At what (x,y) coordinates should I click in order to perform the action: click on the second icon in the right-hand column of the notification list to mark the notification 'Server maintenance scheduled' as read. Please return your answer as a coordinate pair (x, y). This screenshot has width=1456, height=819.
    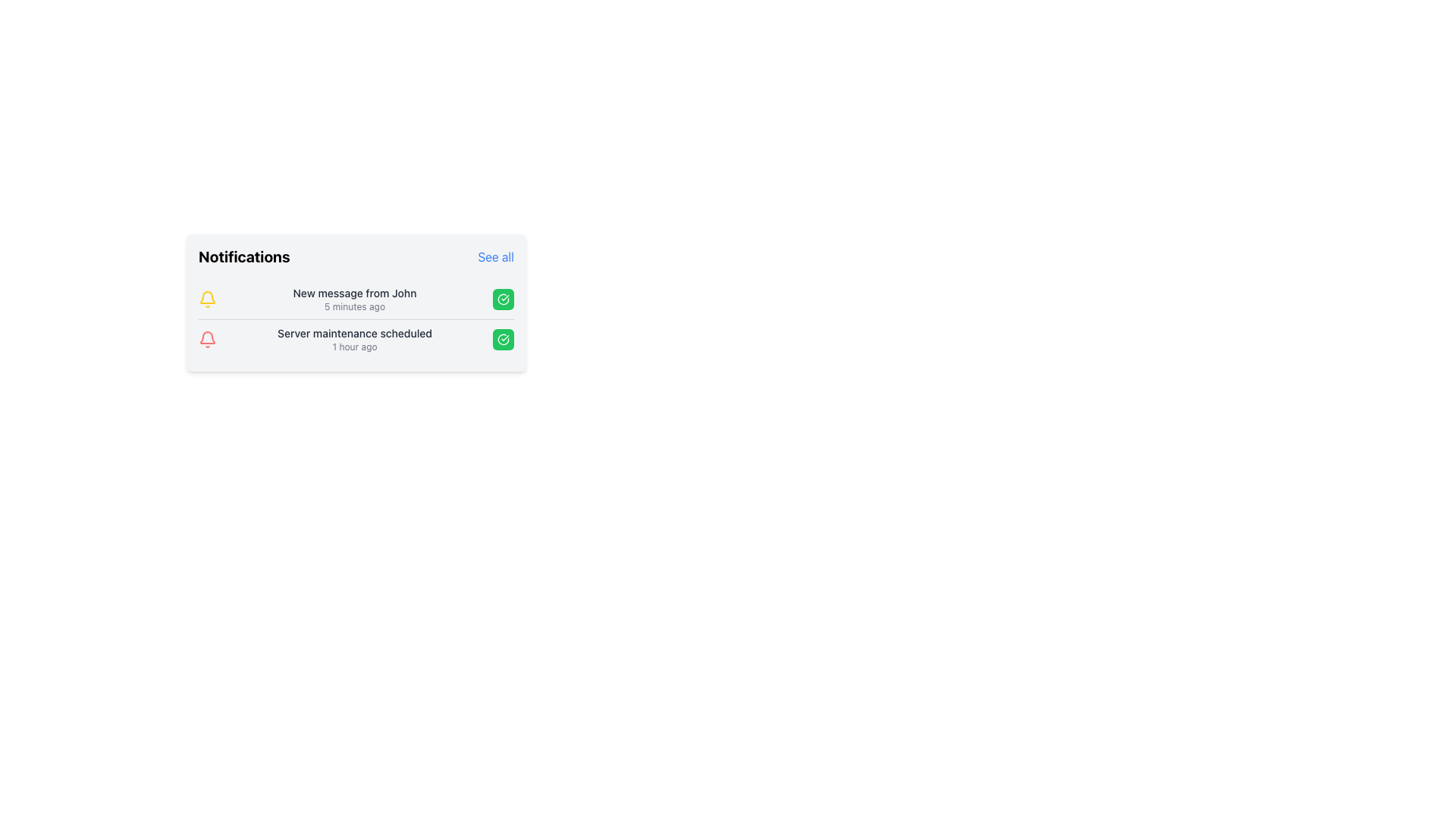
    Looking at the image, I should click on (503, 299).